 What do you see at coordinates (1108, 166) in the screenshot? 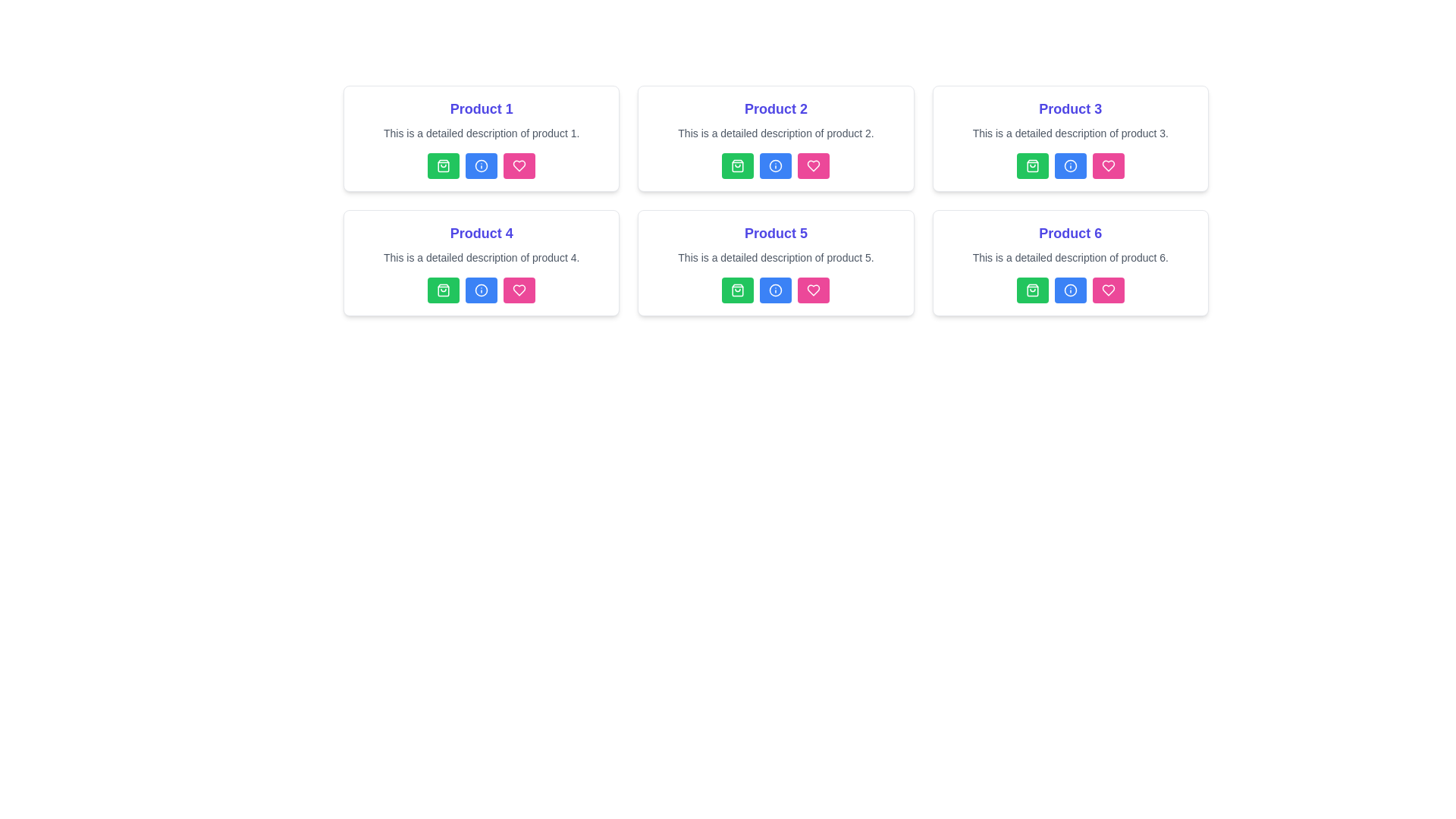
I see `the heart-shaped icon (pink color fill) located in the bottom row of icons below 'Product 6'` at bounding box center [1108, 166].